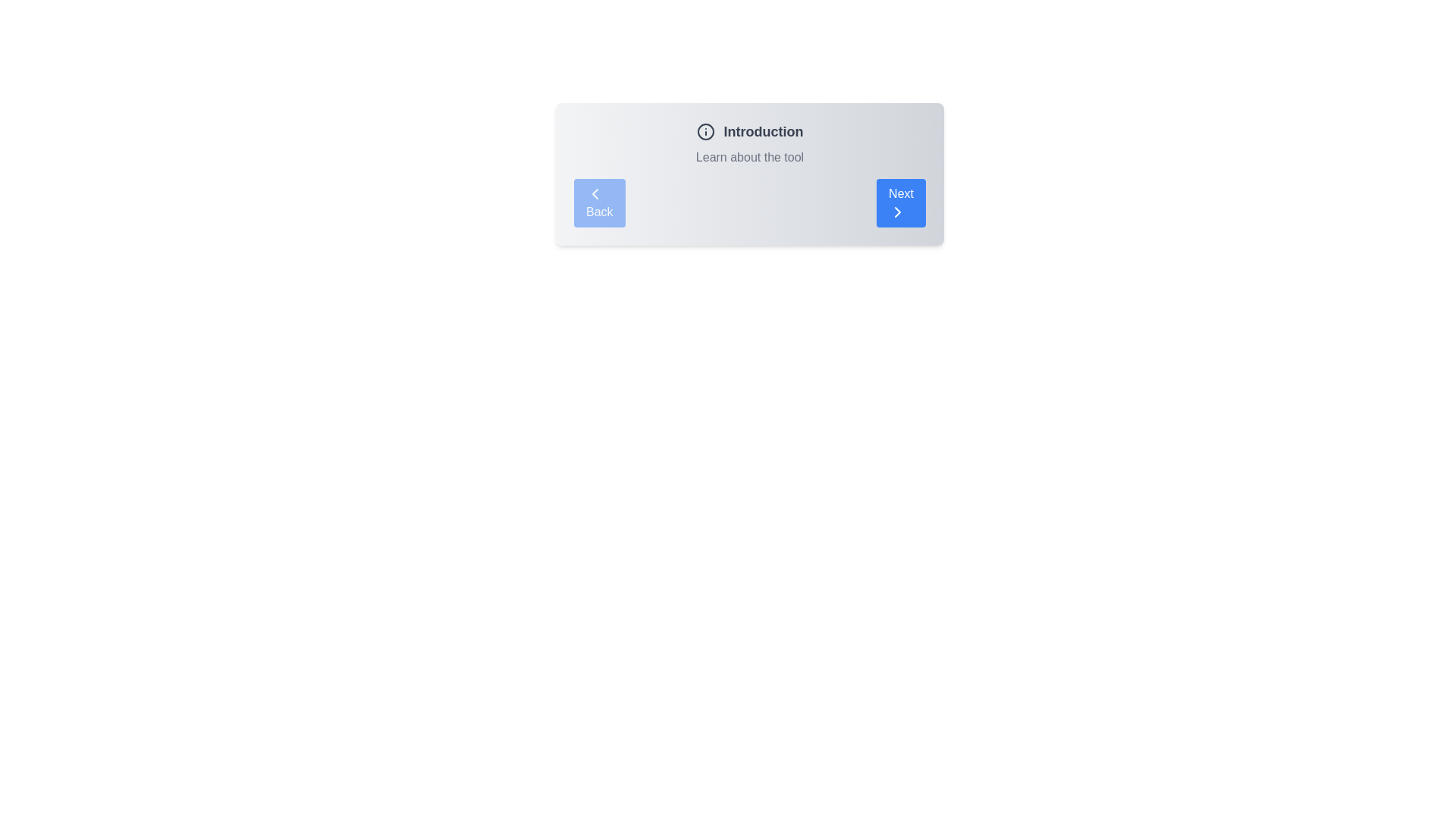 Image resolution: width=1456 pixels, height=819 pixels. What do you see at coordinates (901, 202) in the screenshot?
I see `the blue 'Next' button with white text and a right-pointing arrow icon to observe the hover effect` at bounding box center [901, 202].